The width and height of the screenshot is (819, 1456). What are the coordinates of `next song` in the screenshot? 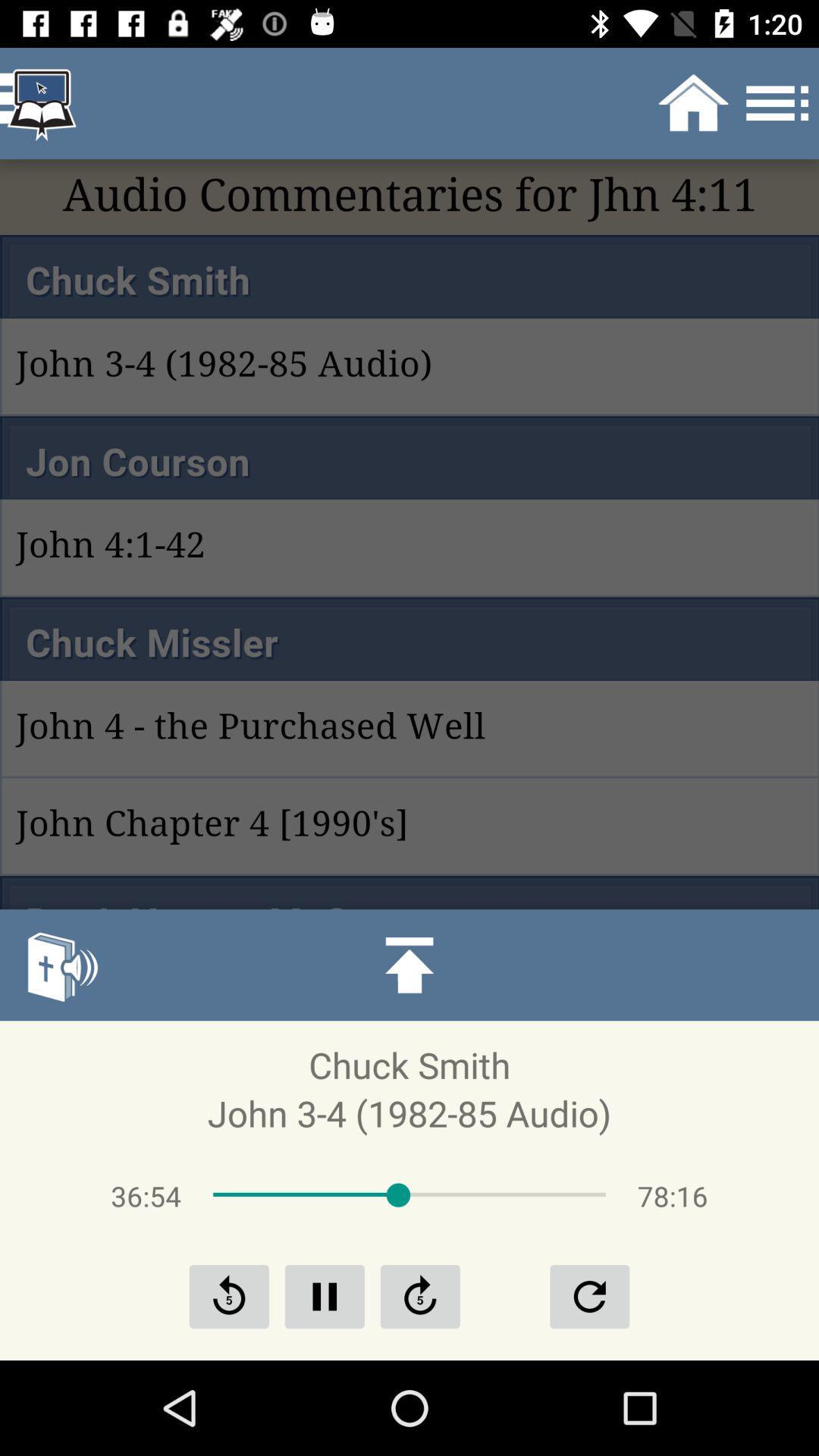 It's located at (420, 1295).